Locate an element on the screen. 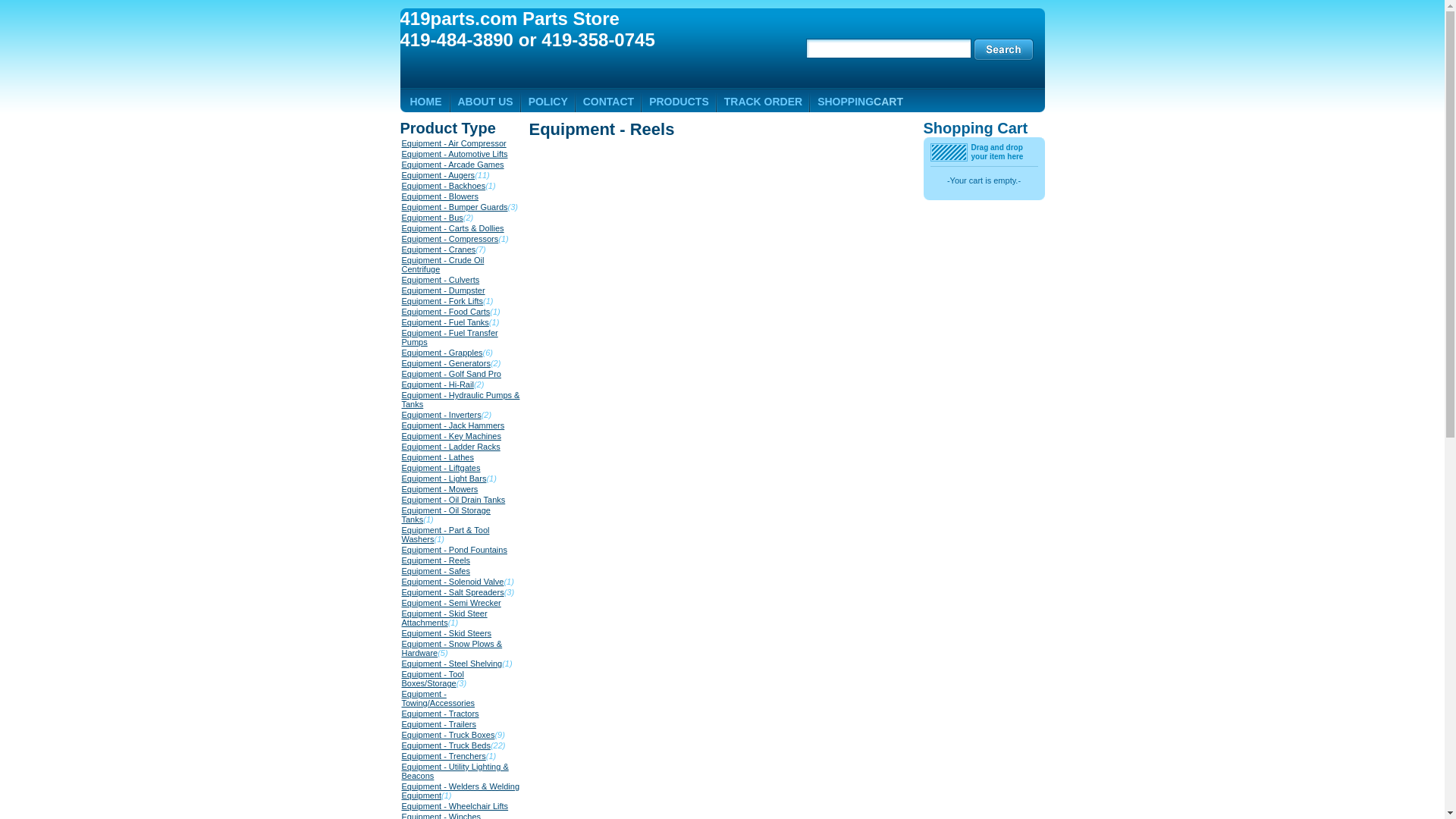 The image size is (1456, 819). 'Equipment - Fork Lifts' is located at coordinates (442, 301).